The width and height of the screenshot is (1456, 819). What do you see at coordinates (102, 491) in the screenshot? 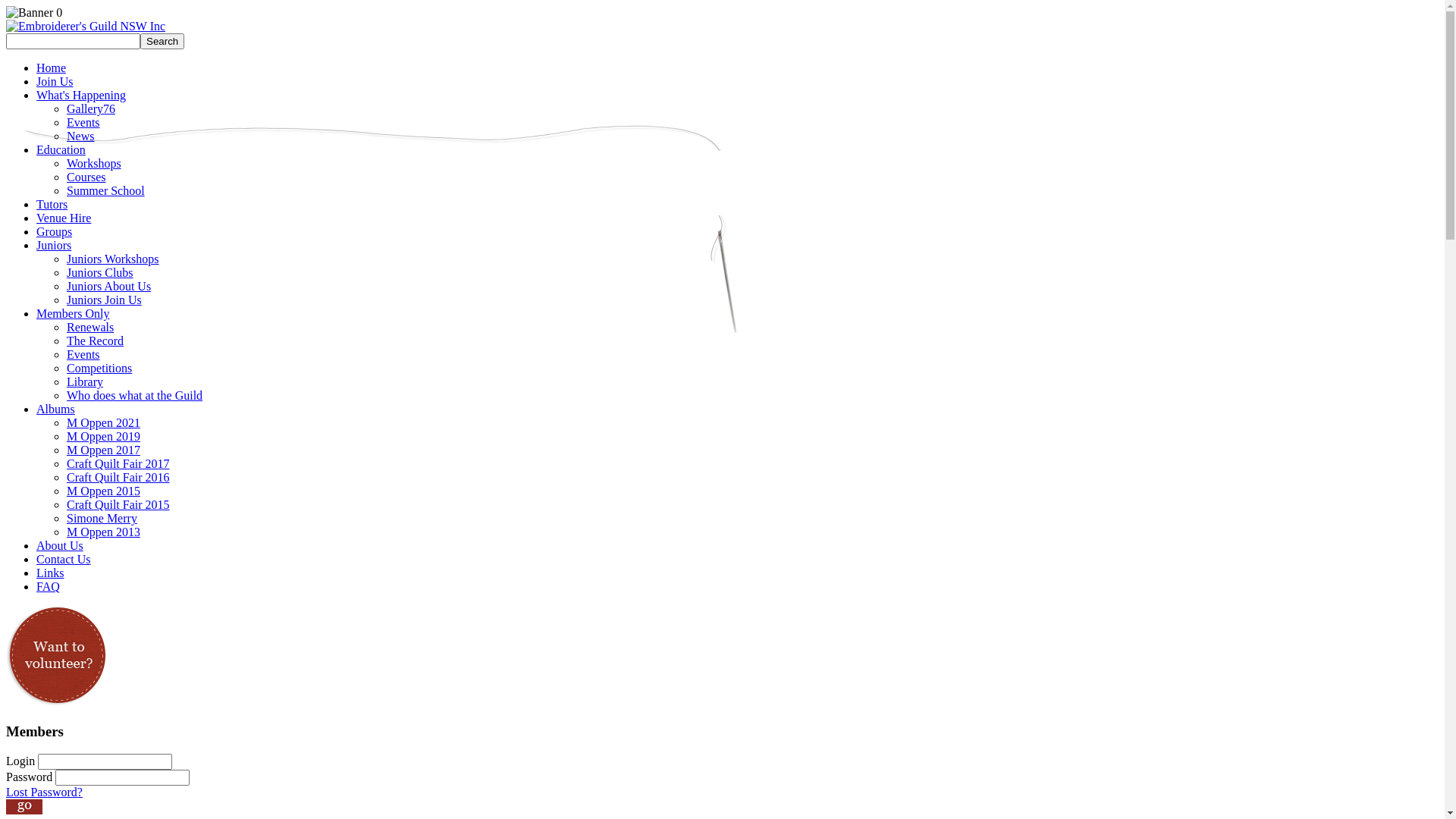
I see `'M Oppen 2015'` at bounding box center [102, 491].